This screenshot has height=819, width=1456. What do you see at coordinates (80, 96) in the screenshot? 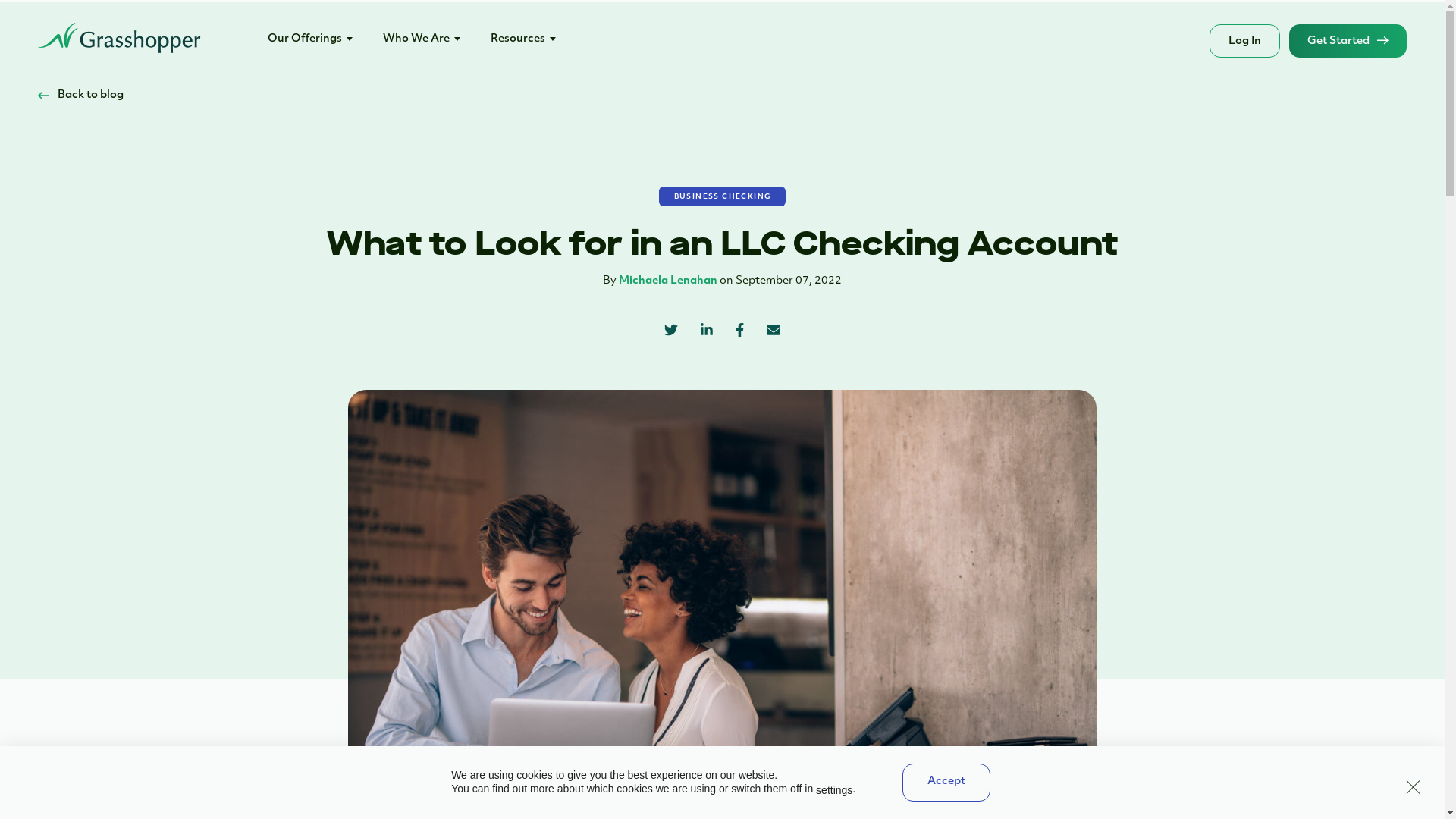
I see `'Back to blog'` at bounding box center [80, 96].